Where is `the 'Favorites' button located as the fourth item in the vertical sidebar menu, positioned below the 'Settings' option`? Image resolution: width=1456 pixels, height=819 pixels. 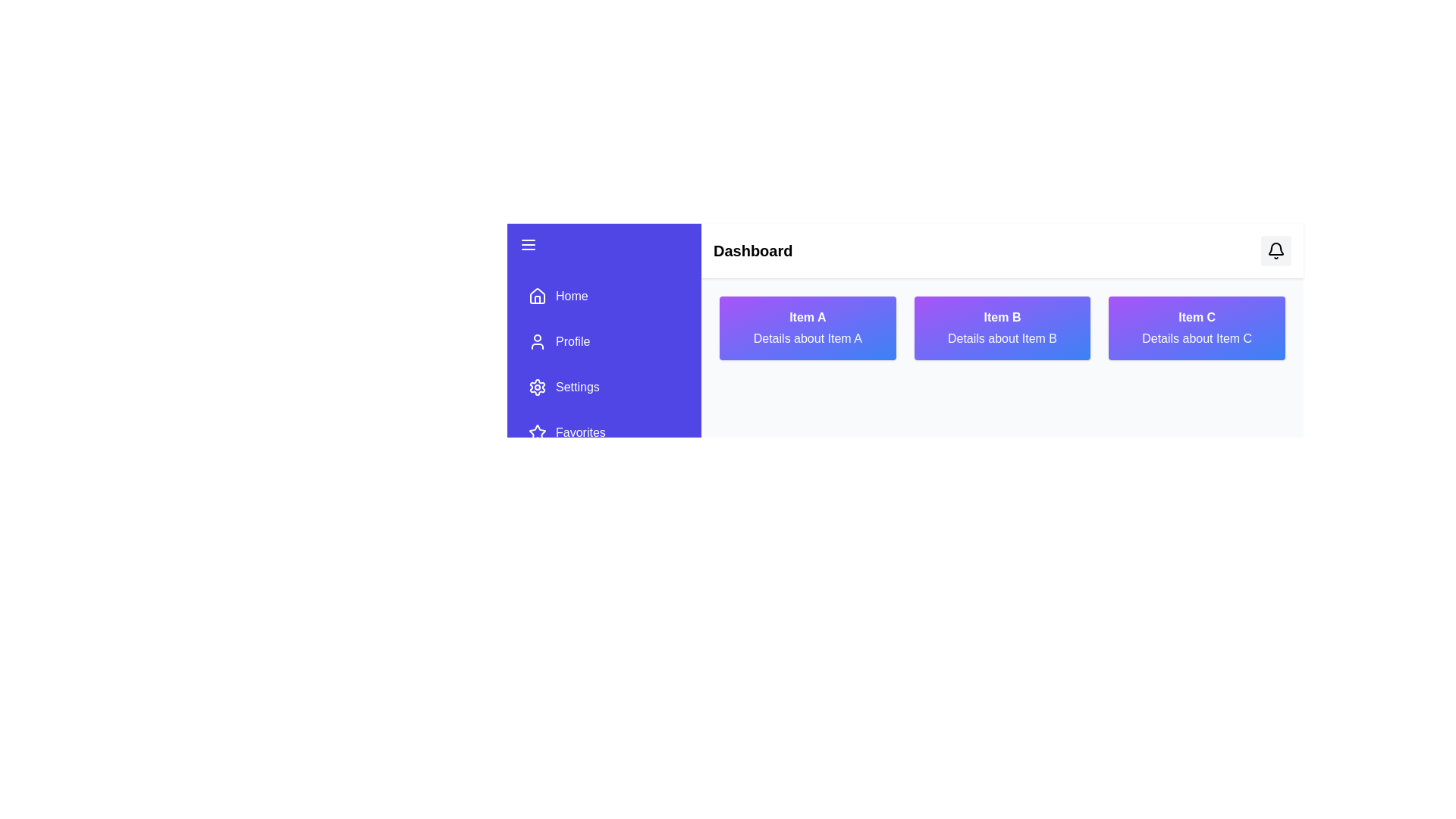
the 'Favorites' button located as the fourth item in the vertical sidebar menu, positioned below the 'Settings' option is located at coordinates (603, 432).